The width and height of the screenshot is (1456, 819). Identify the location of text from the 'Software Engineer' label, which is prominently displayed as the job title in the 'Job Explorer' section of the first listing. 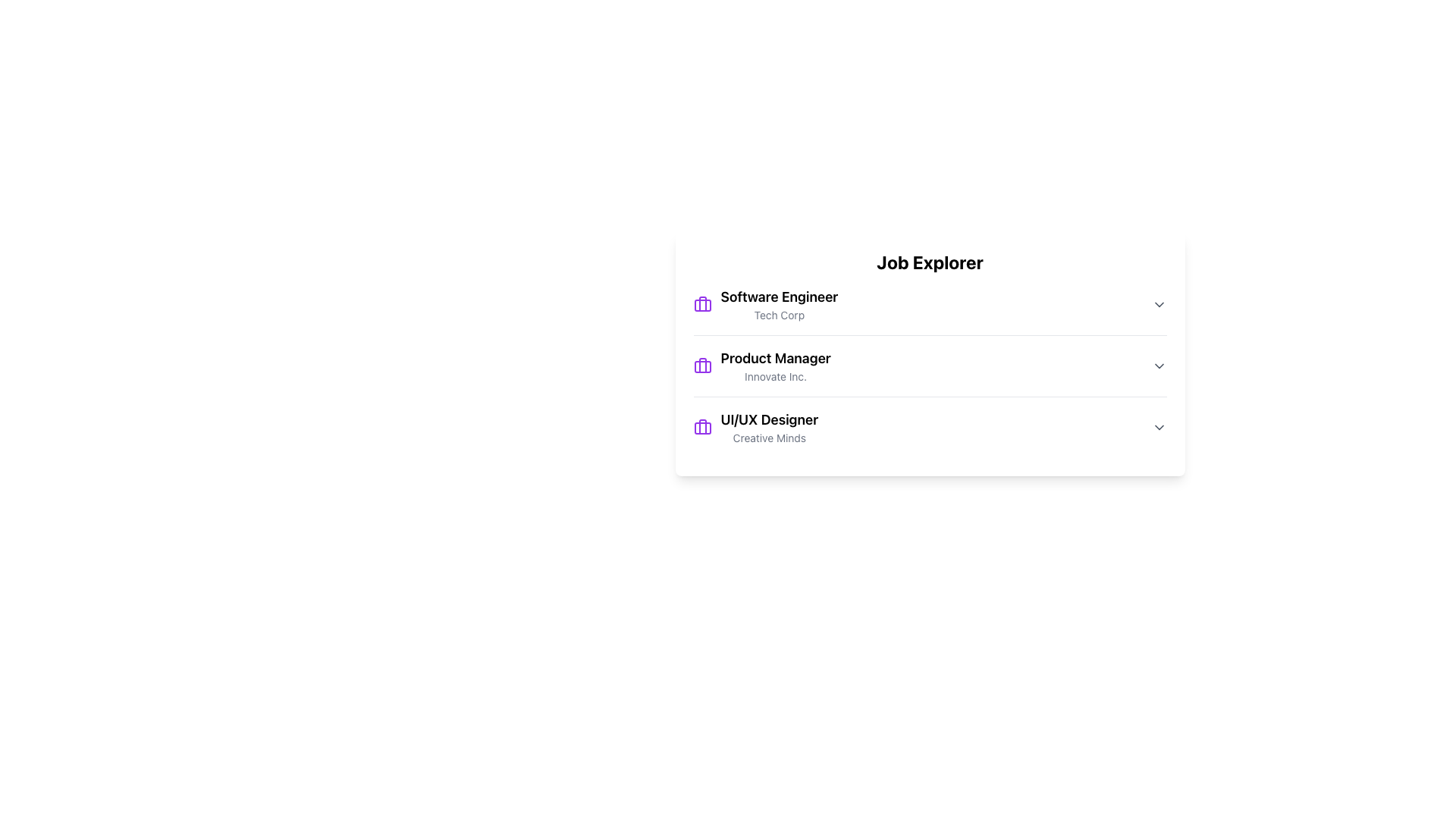
(779, 297).